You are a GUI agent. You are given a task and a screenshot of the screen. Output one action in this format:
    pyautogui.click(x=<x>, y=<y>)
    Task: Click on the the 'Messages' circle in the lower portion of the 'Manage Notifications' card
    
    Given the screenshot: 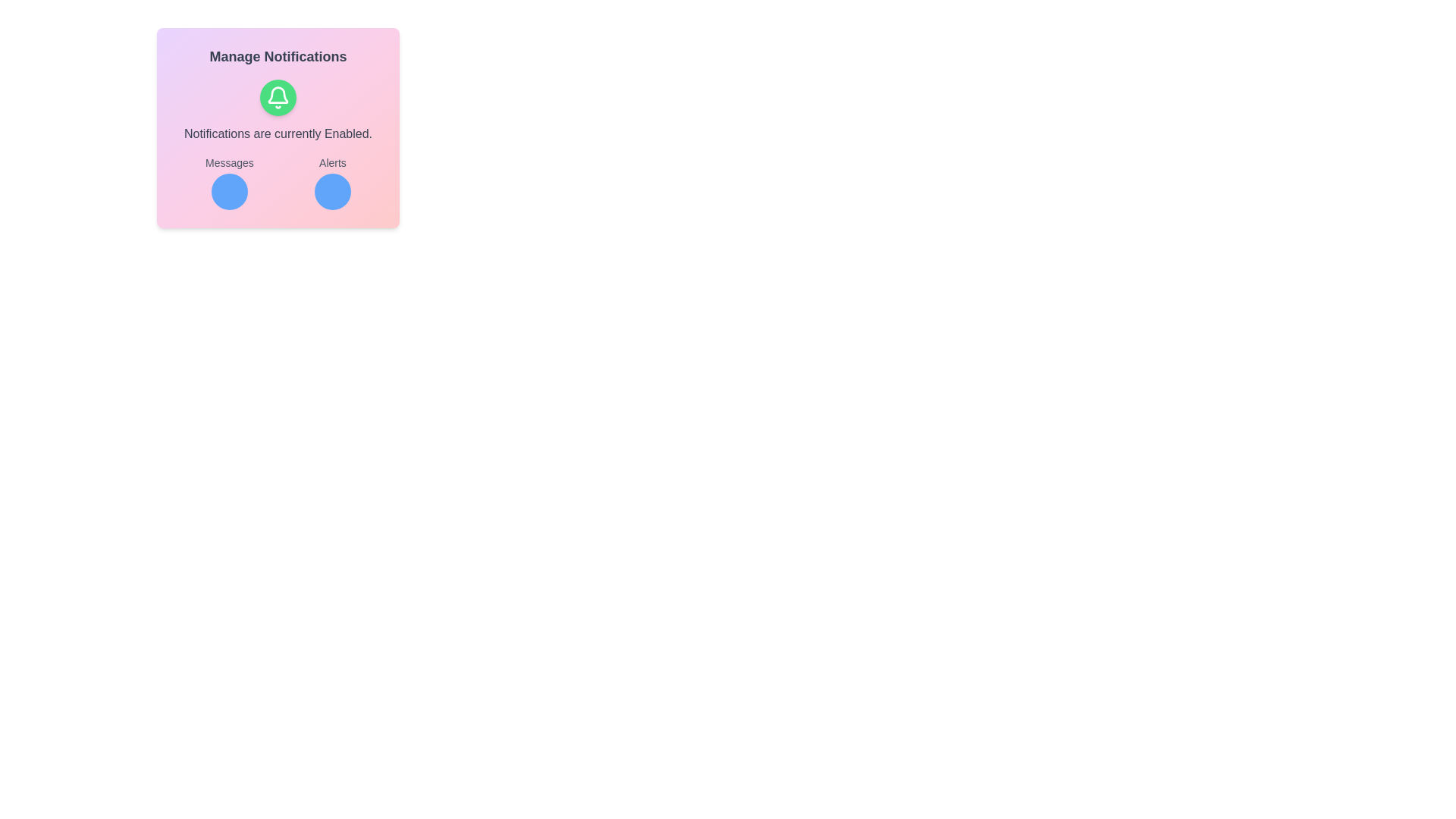 What is the action you would take?
    pyautogui.click(x=278, y=181)
    